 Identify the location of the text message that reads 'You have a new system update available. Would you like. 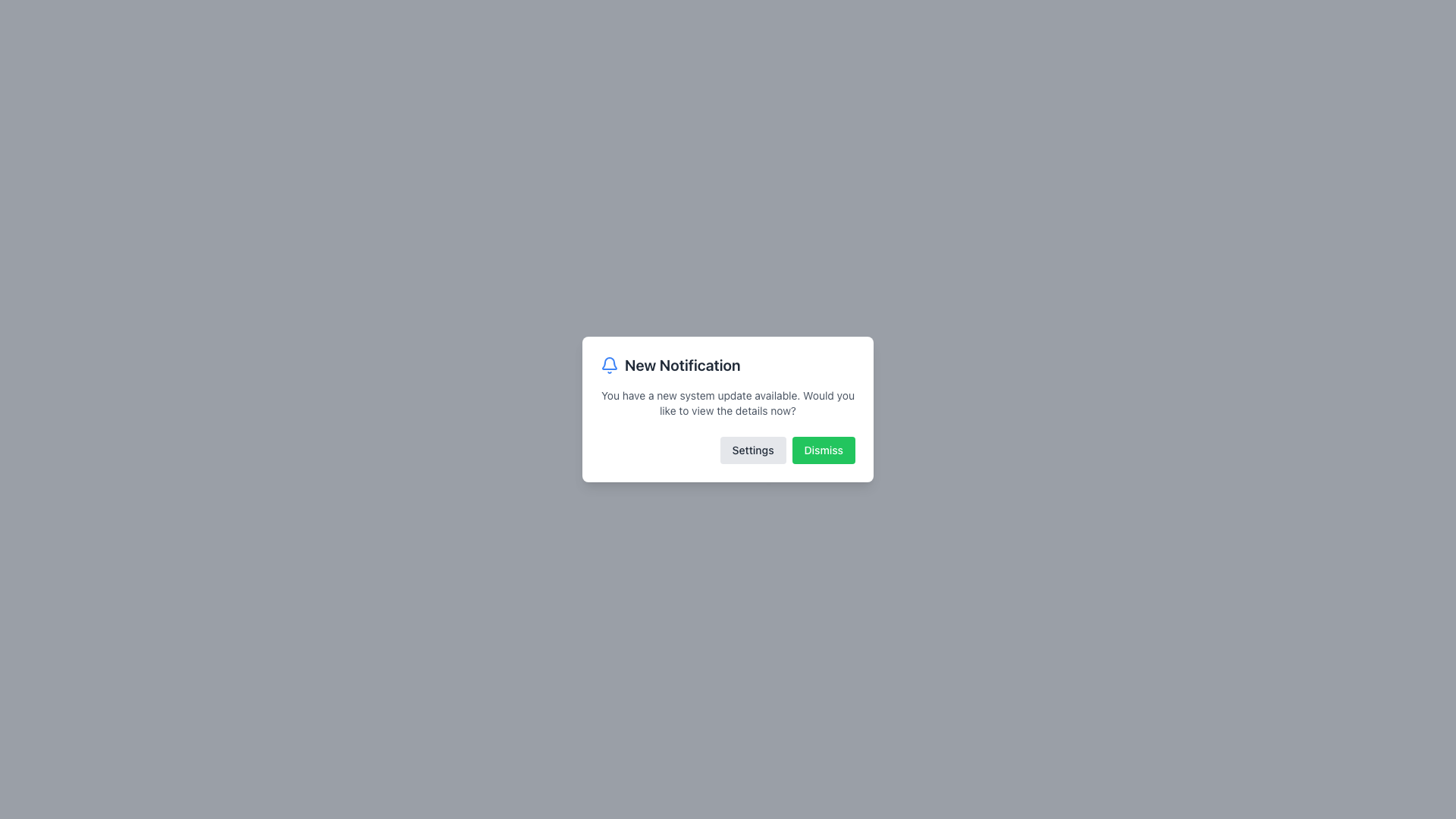
(728, 403).